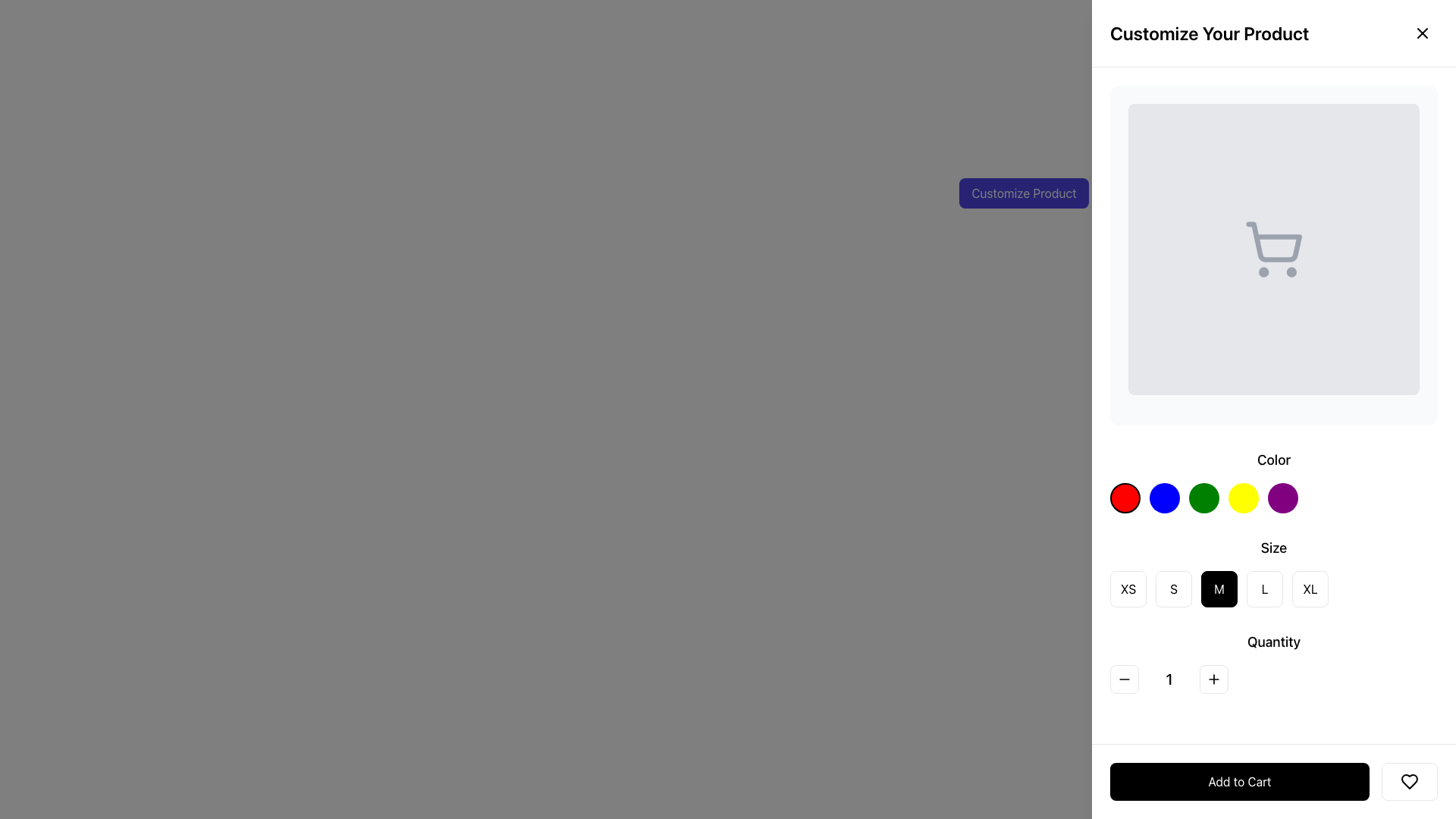 This screenshot has width=1456, height=819. I want to click on the circular button with an 'X' icon located at the top-right corner of the 'Customize Your Product' modal, so click(1422, 33).